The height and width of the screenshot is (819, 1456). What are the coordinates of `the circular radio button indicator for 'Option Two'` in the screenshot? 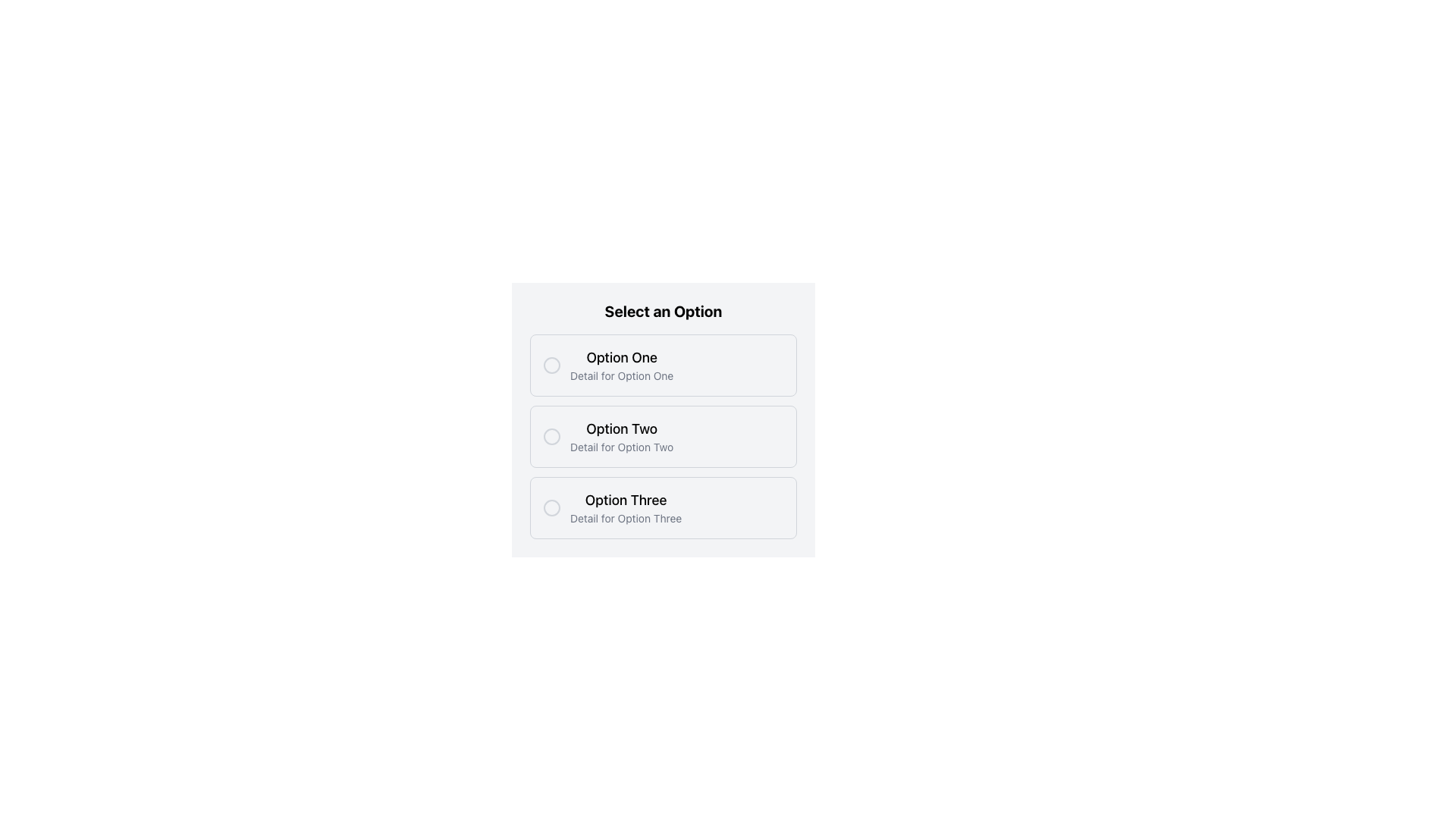 It's located at (551, 436).